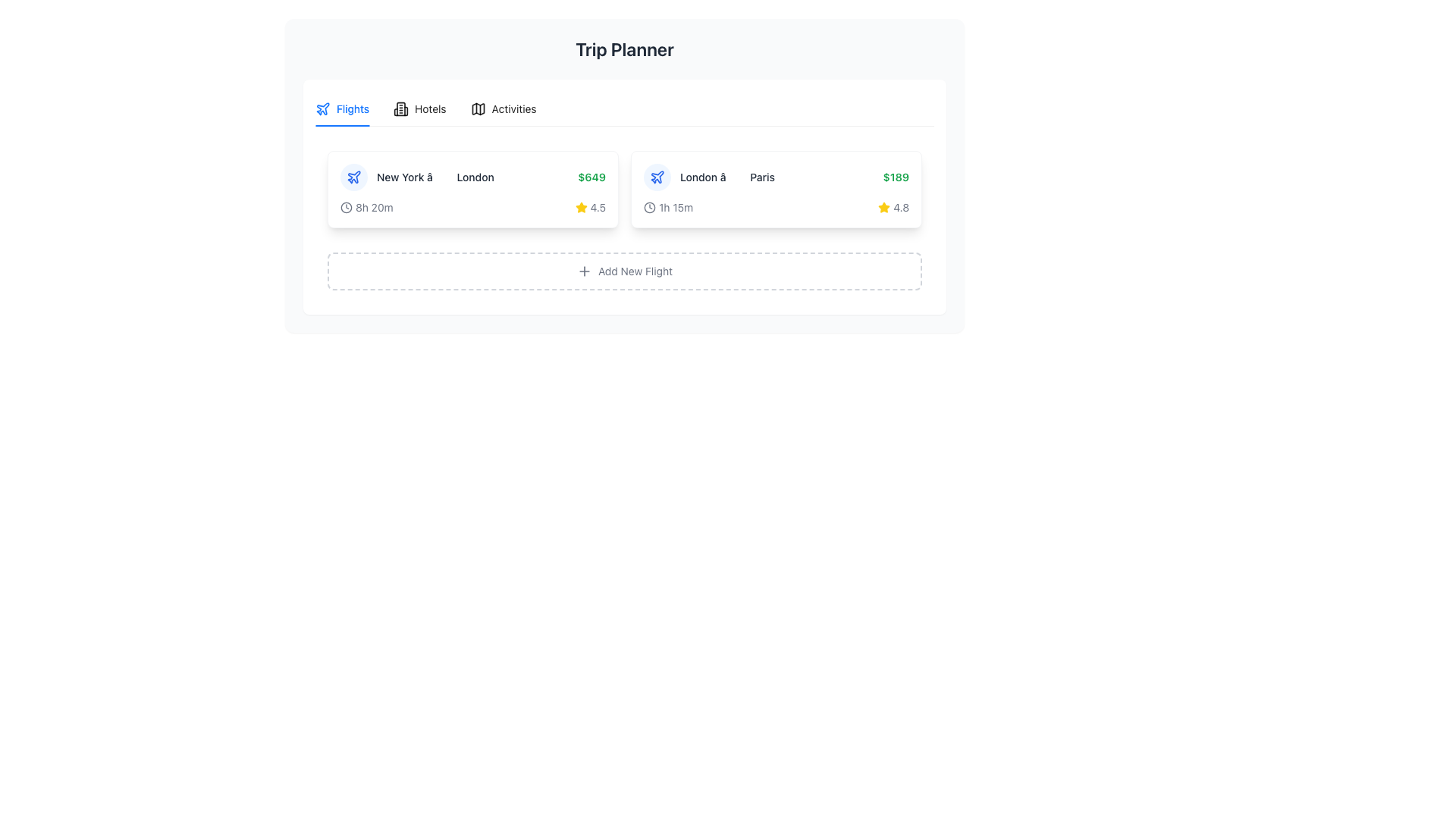 This screenshot has width=1456, height=819. Describe the element at coordinates (417, 177) in the screenshot. I see `the text label displaying the flight route 'New York → London', which is positioned in a card layout next to a flight price and above the flight duration` at that location.